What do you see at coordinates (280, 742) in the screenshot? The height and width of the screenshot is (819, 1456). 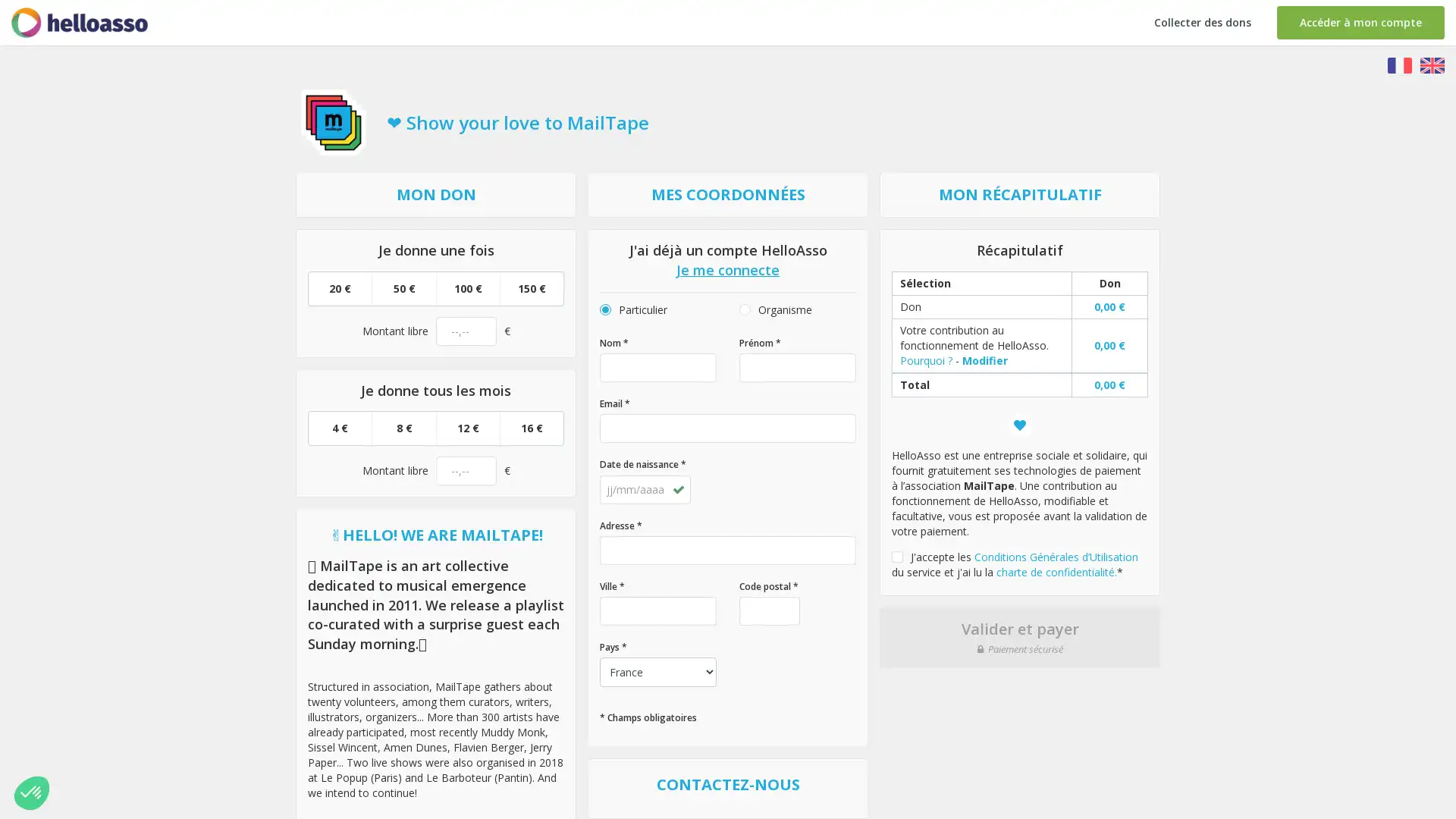 I see `Tout accepter` at bounding box center [280, 742].